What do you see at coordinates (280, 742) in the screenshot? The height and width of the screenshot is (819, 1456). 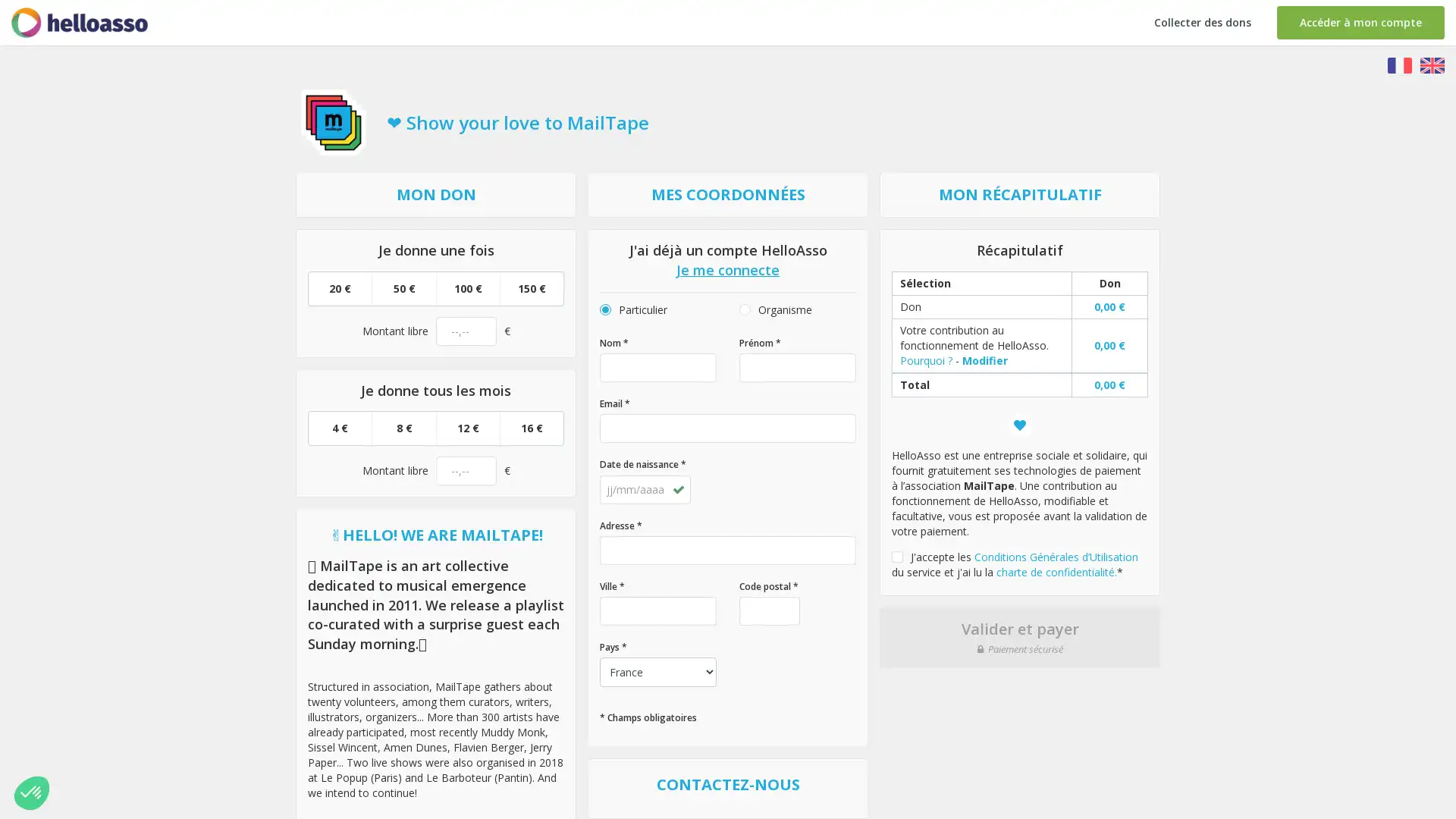 I see `Tout accepter` at bounding box center [280, 742].